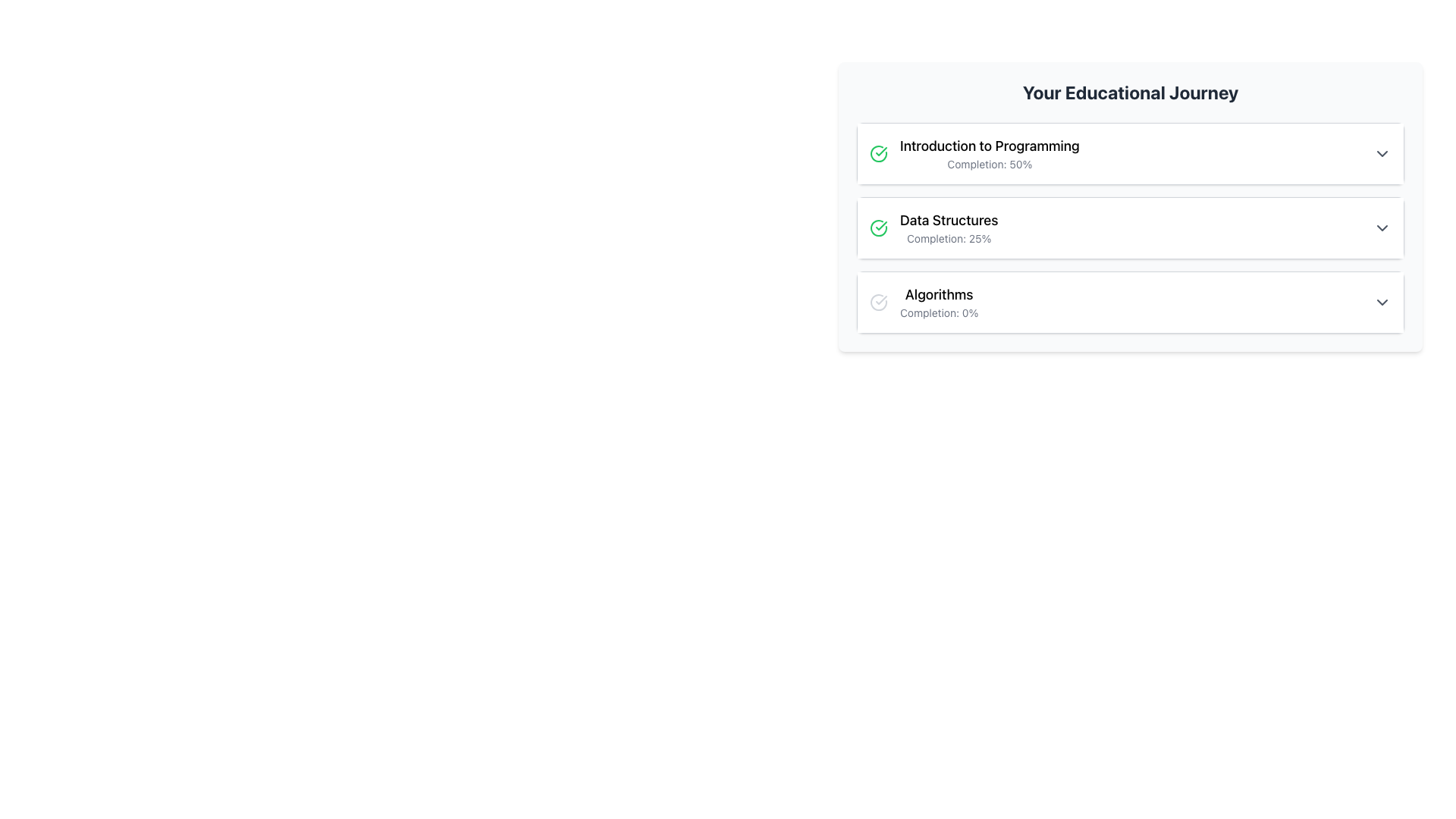 This screenshot has width=1456, height=819. What do you see at coordinates (1382, 154) in the screenshot?
I see `the Dropdown indicator icon at the rightmost end of the 'Introduction to Programming' section` at bounding box center [1382, 154].